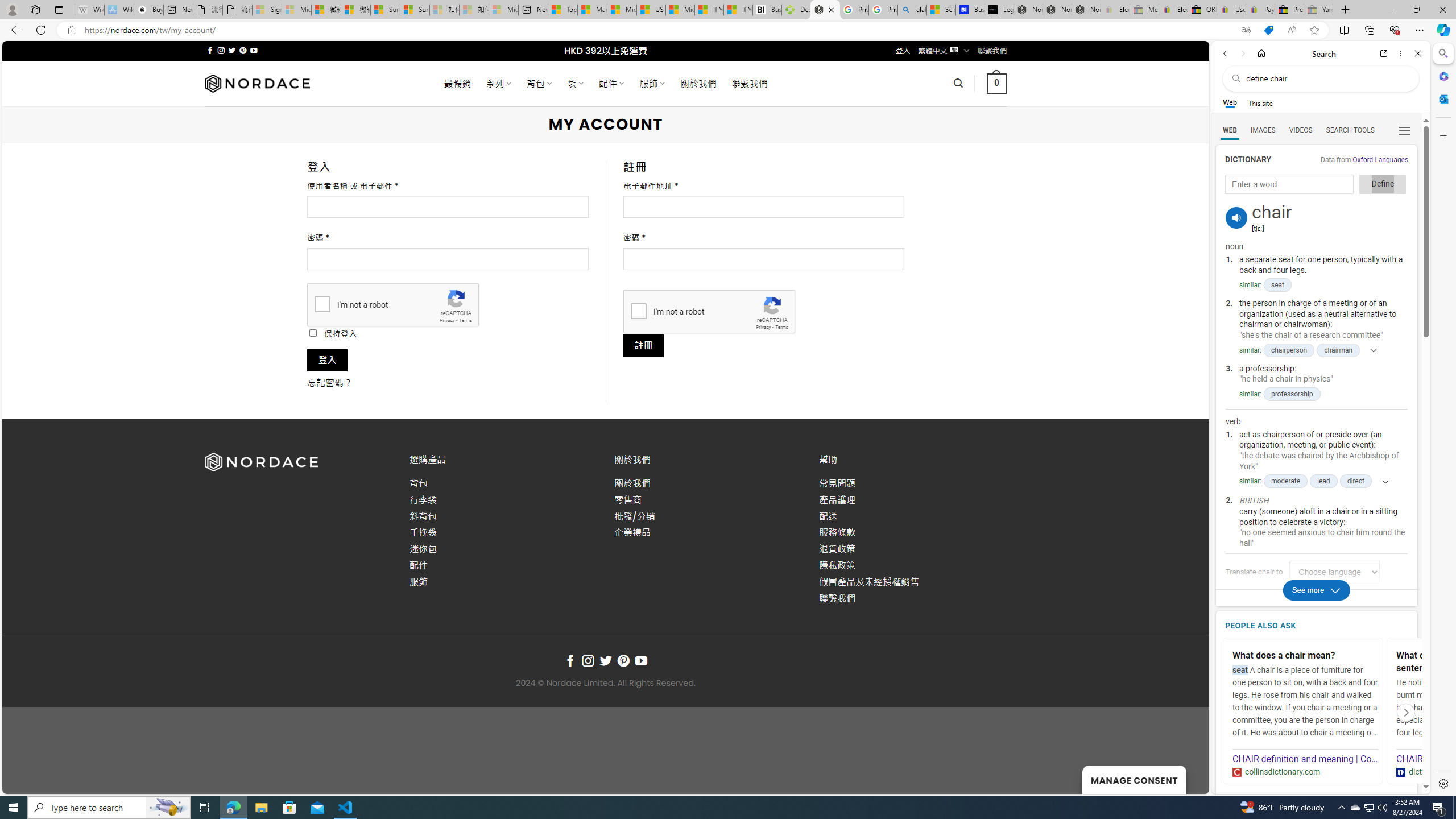 This screenshot has height=819, width=1456. What do you see at coordinates (1350, 130) in the screenshot?
I see `'SEARCH TOOLS'` at bounding box center [1350, 130].